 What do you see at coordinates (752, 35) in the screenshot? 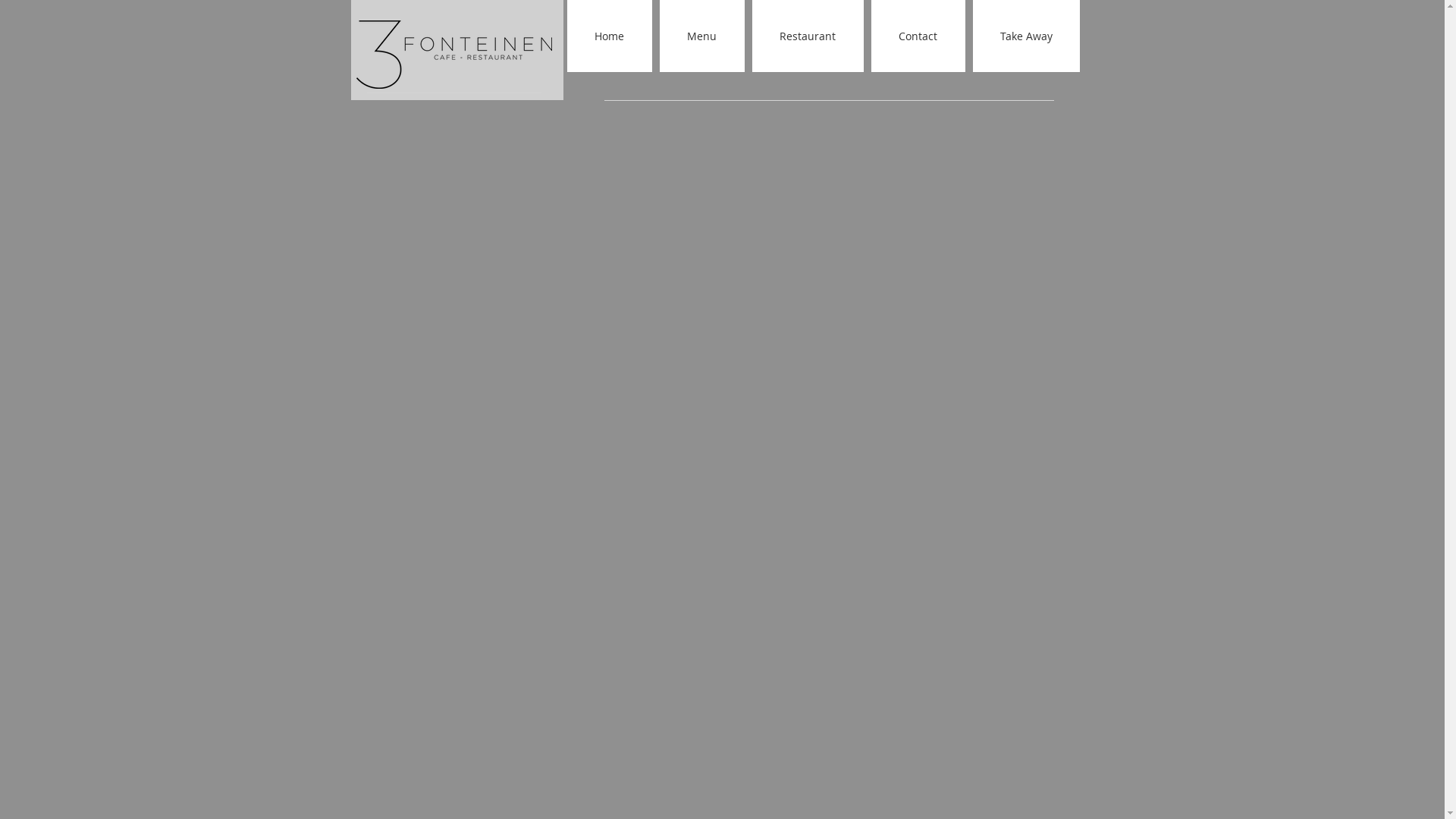
I see `'Restaurant'` at bounding box center [752, 35].